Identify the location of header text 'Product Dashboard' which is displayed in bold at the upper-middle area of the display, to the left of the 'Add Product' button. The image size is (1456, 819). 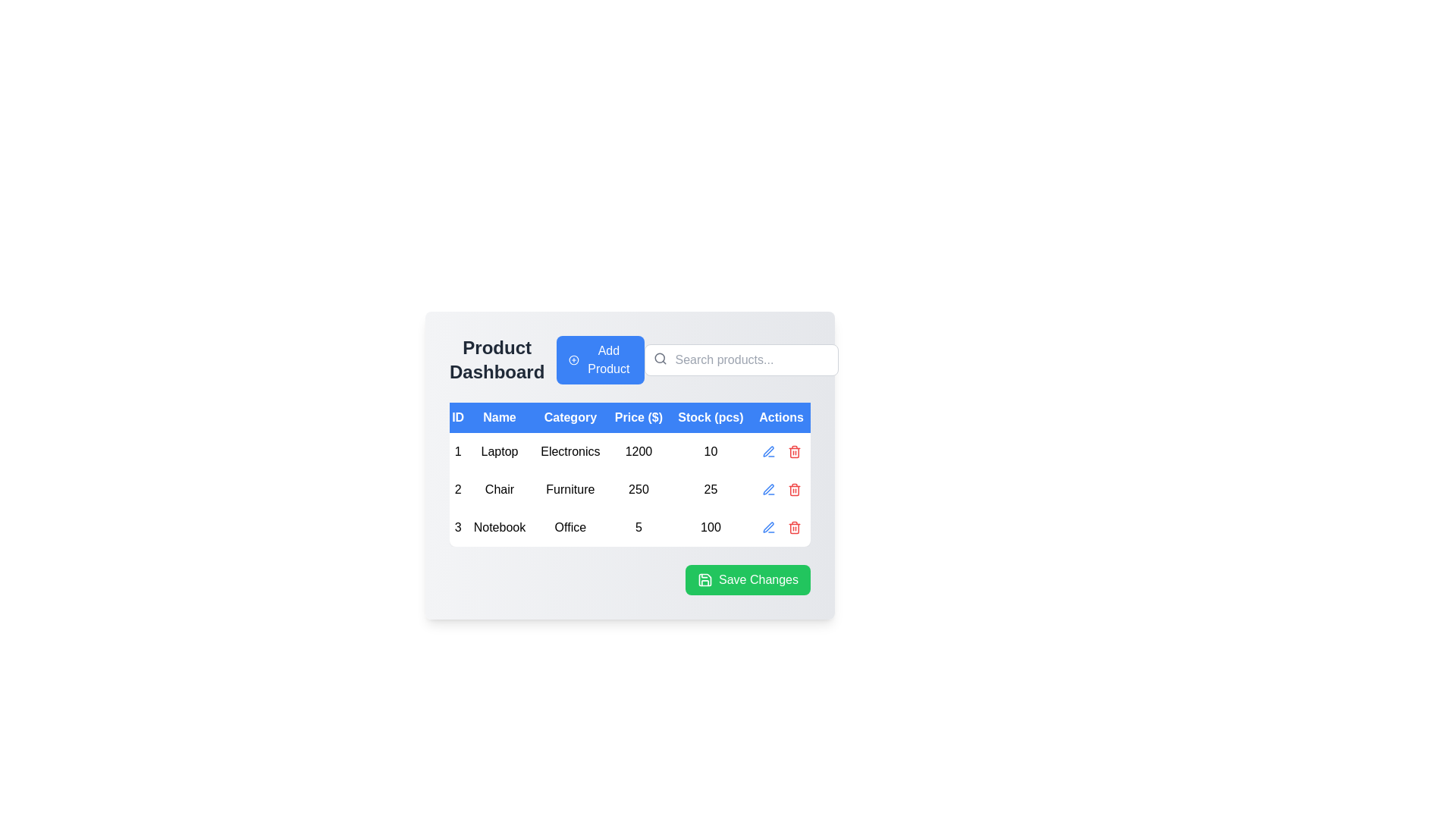
(546, 359).